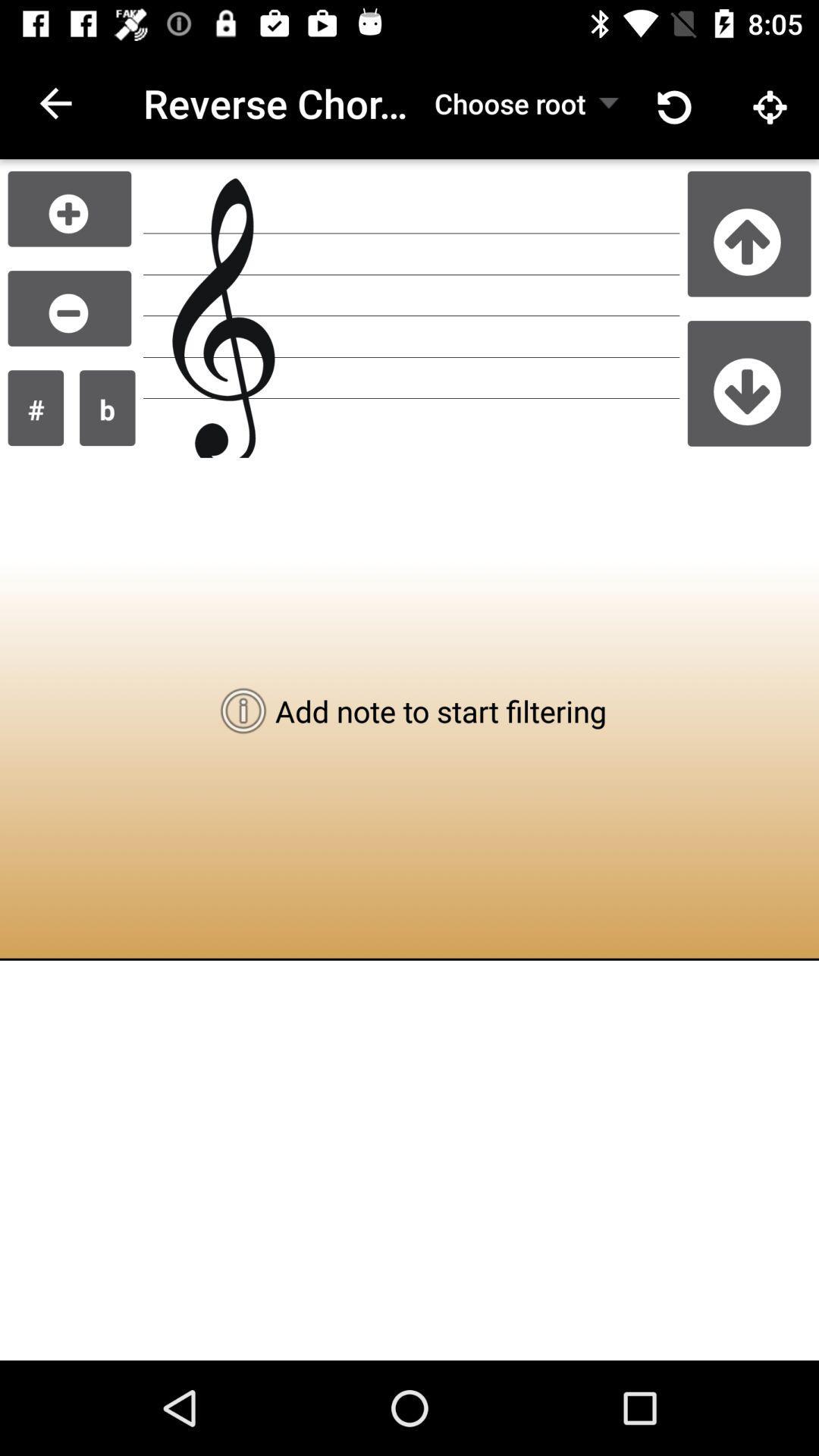 This screenshot has width=819, height=1456. Describe the element at coordinates (69, 307) in the screenshot. I see `adjust lower` at that location.